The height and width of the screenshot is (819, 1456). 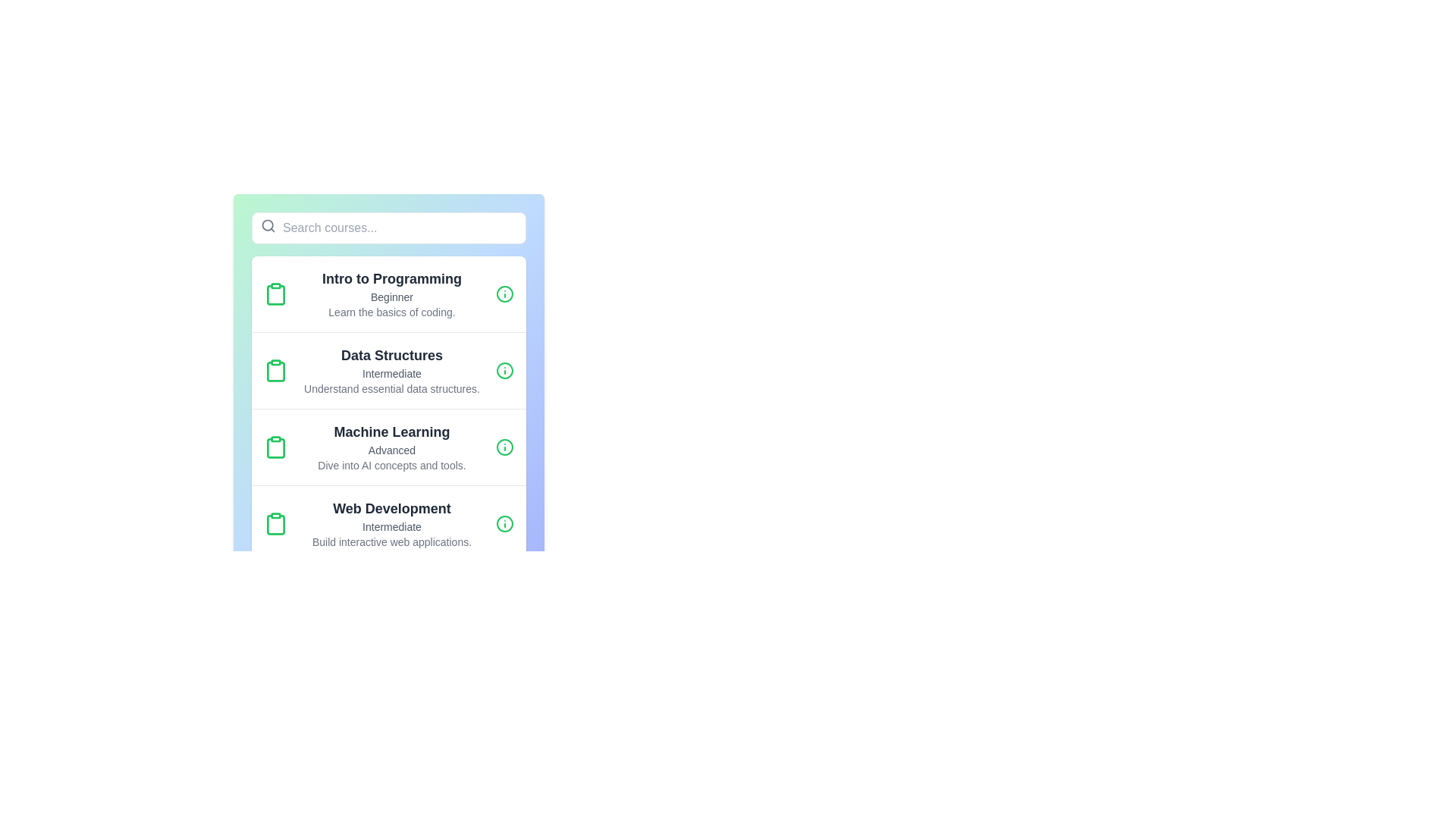 I want to click on the text label displaying 'Learn the basics of coding.' which is located immediately below the 'Beginner' text, so click(x=392, y=312).